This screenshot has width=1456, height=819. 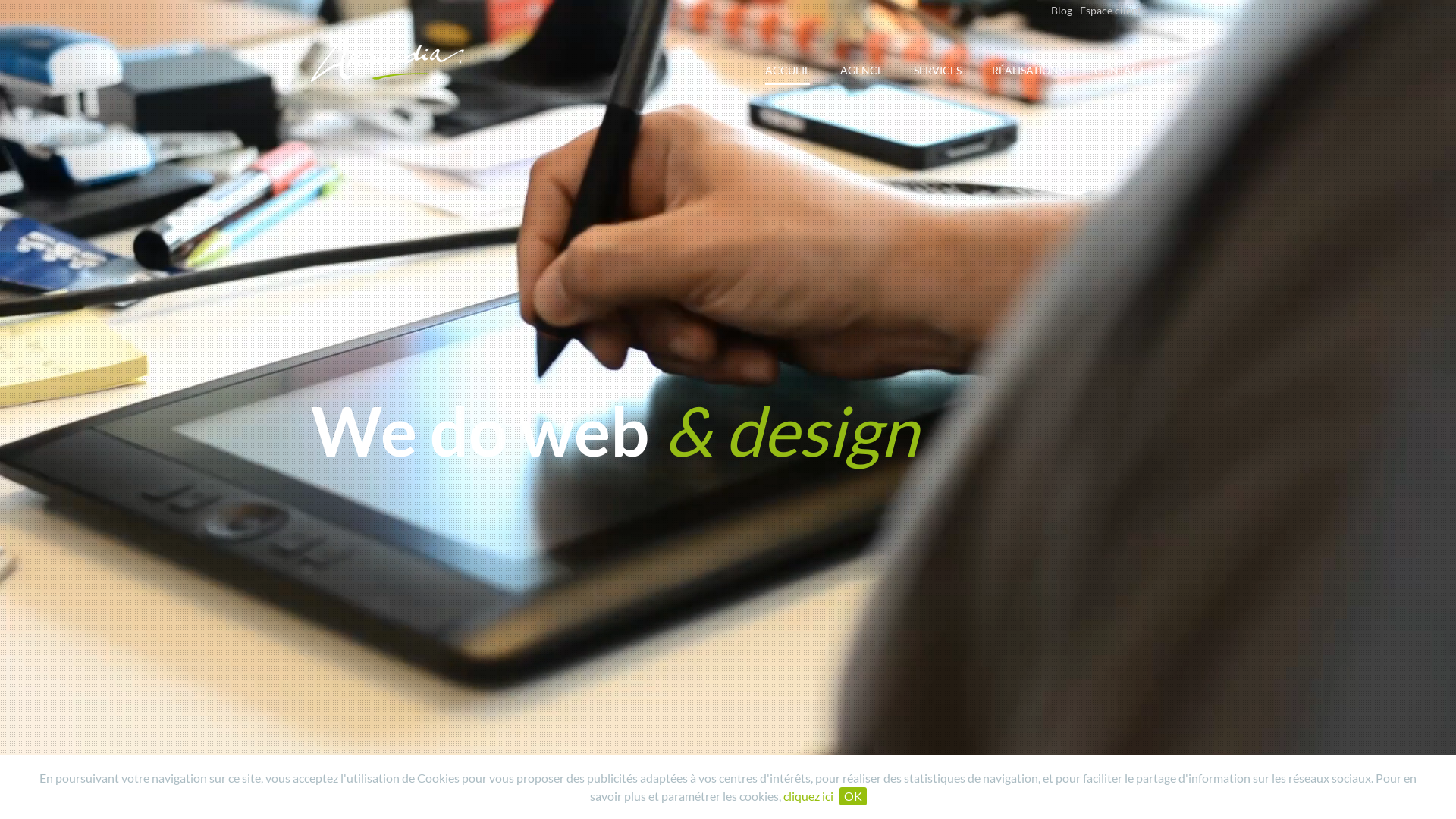 I want to click on 'SERVICES', so click(x=937, y=79).